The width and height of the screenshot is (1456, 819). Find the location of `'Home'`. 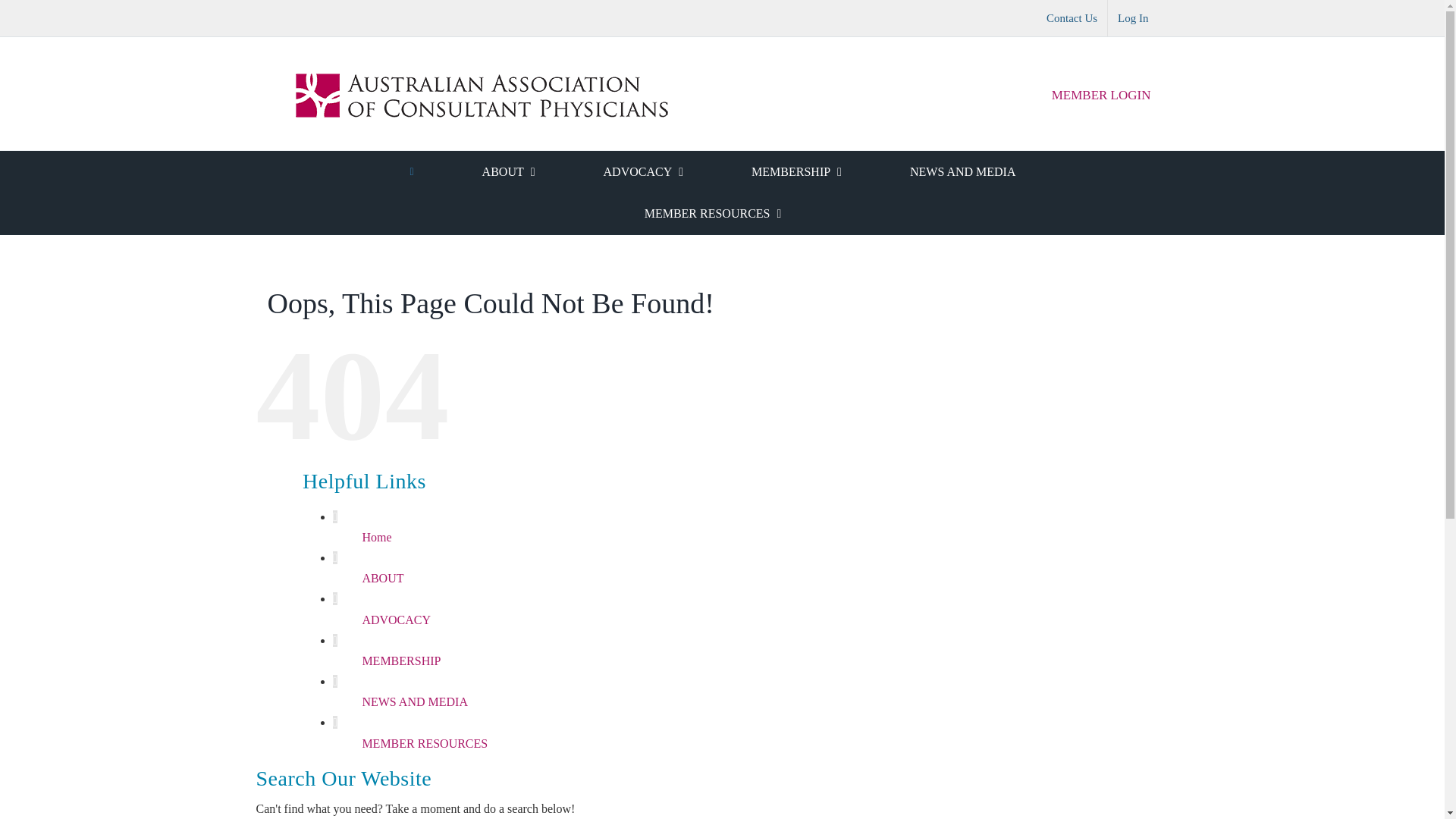

'Home' is located at coordinates (376, 536).